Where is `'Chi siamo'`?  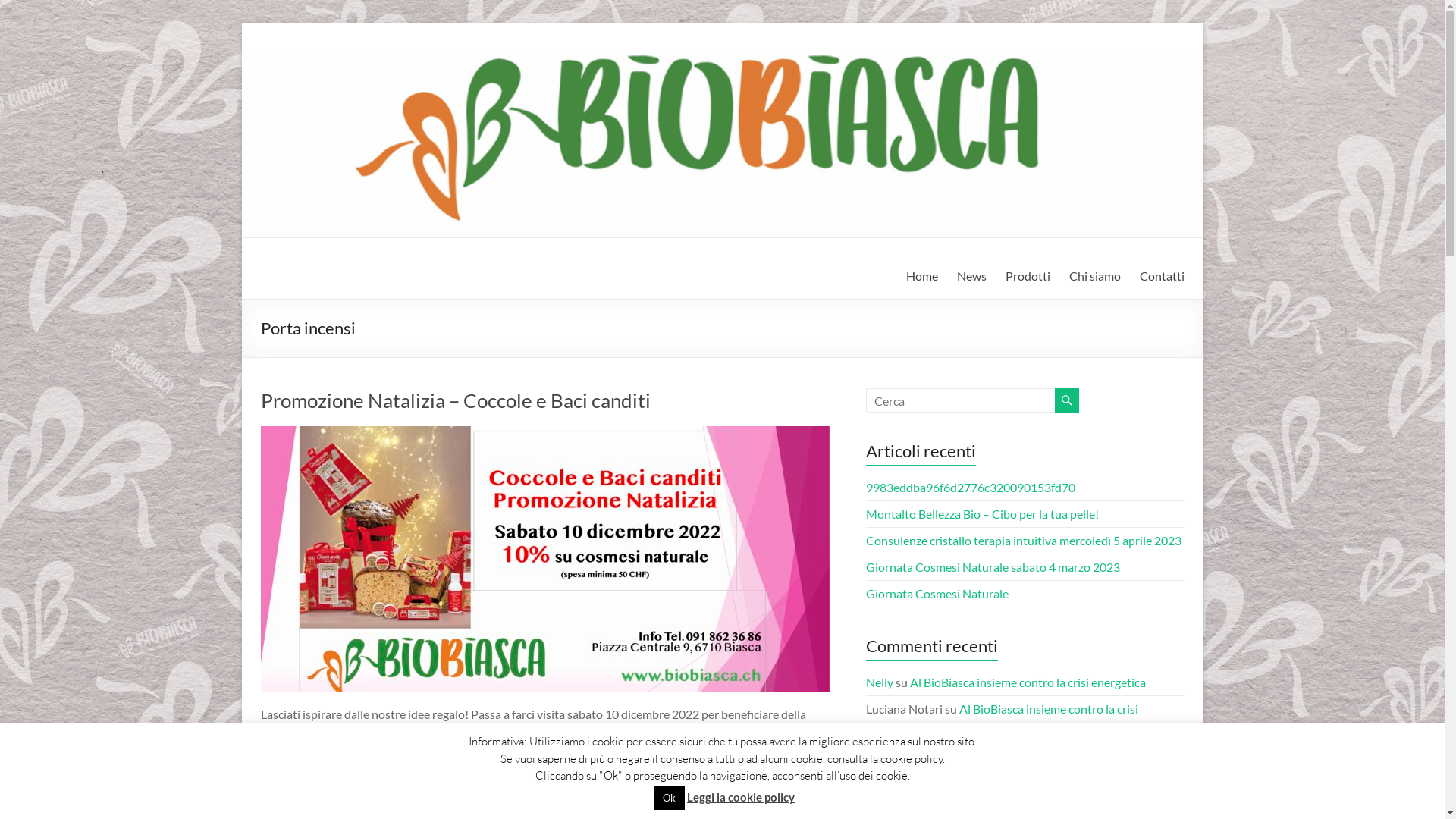 'Chi siamo' is located at coordinates (1095, 275).